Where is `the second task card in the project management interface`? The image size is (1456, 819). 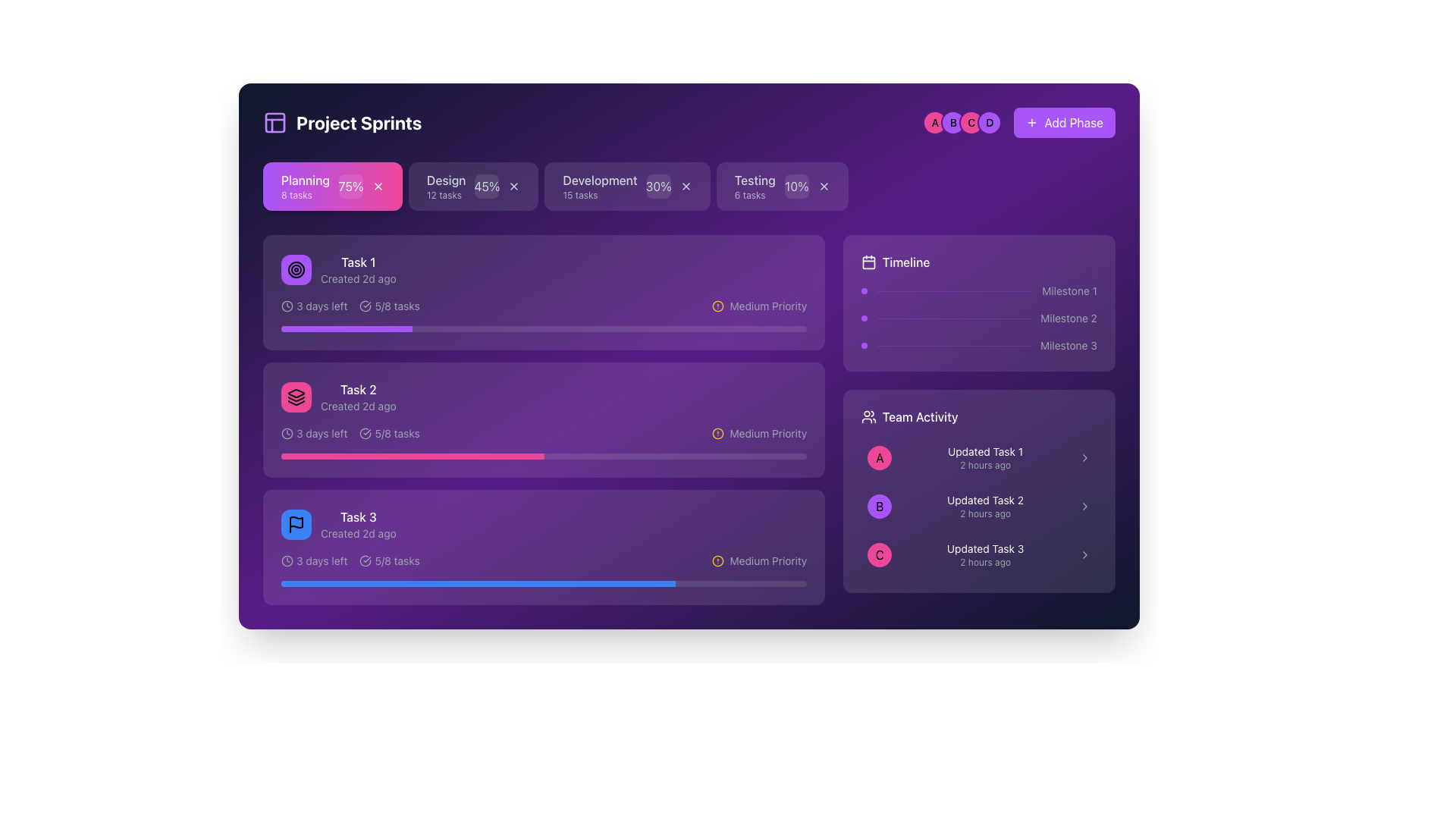
the second task card in the project management interface is located at coordinates (544, 420).